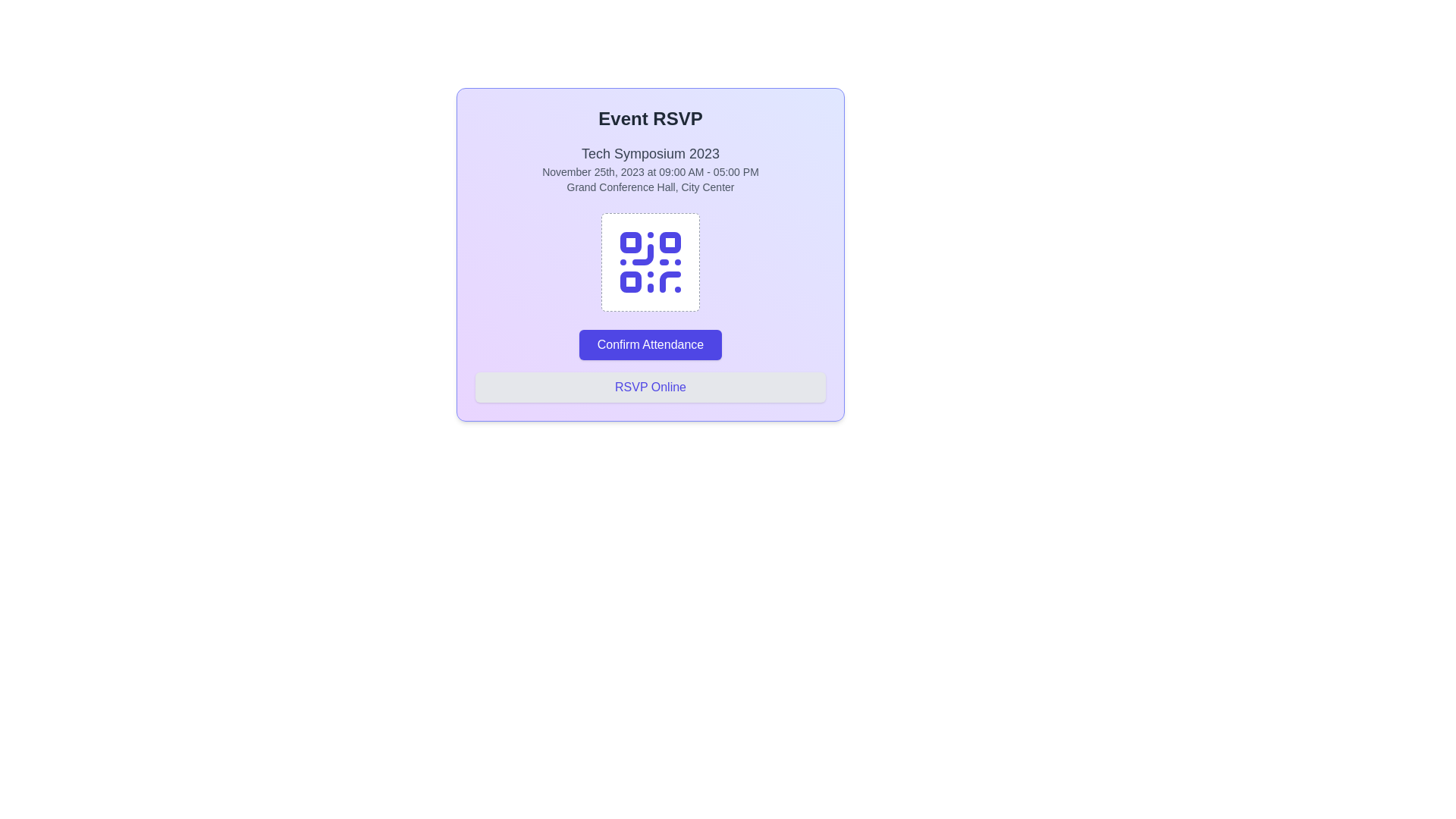 The image size is (1456, 819). Describe the element at coordinates (651, 386) in the screenshot. I see `the 'RSVP Online' button located at the bottom of the event information card` at that location.